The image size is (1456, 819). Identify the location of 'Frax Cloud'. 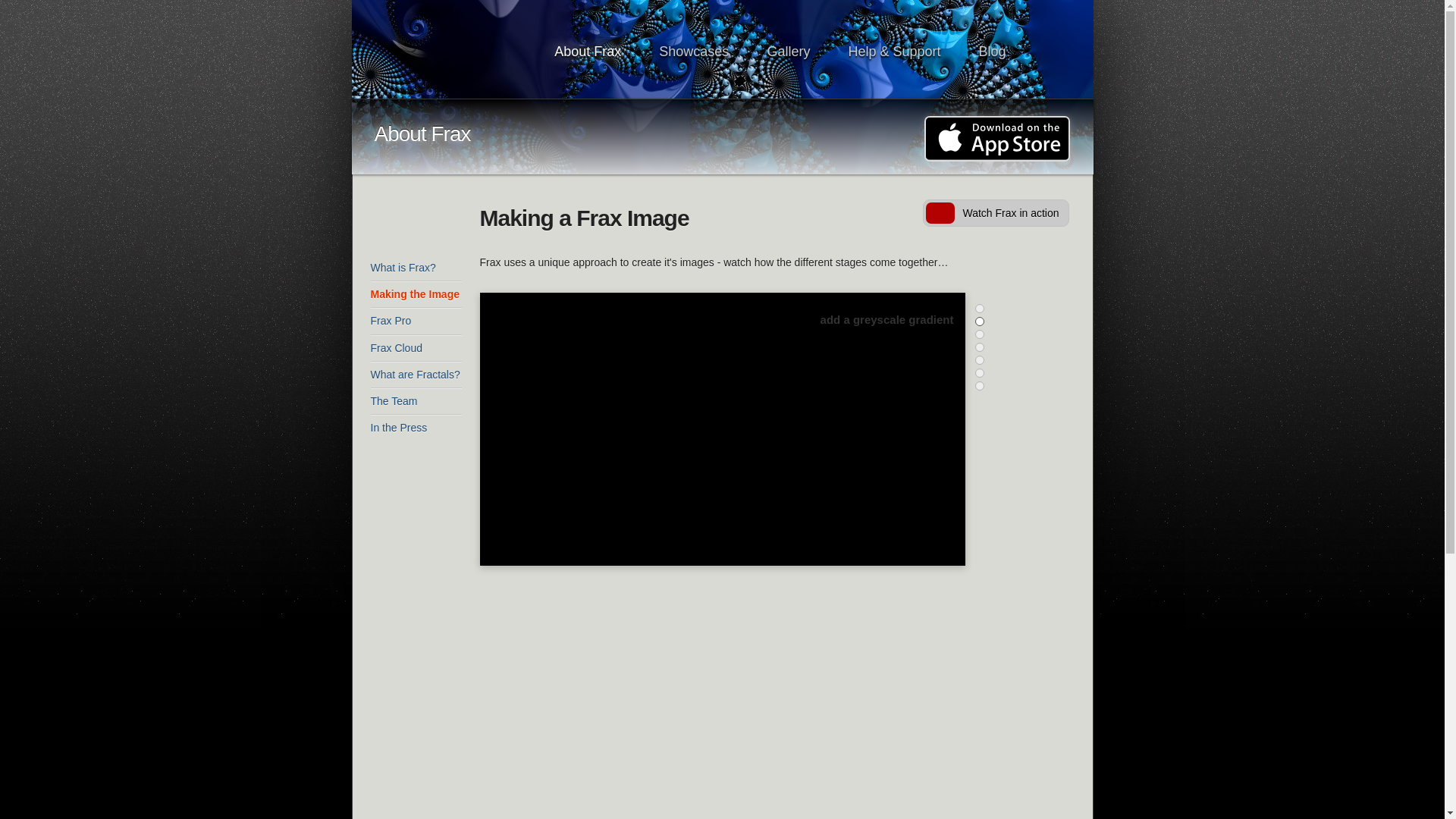
(415, 348).